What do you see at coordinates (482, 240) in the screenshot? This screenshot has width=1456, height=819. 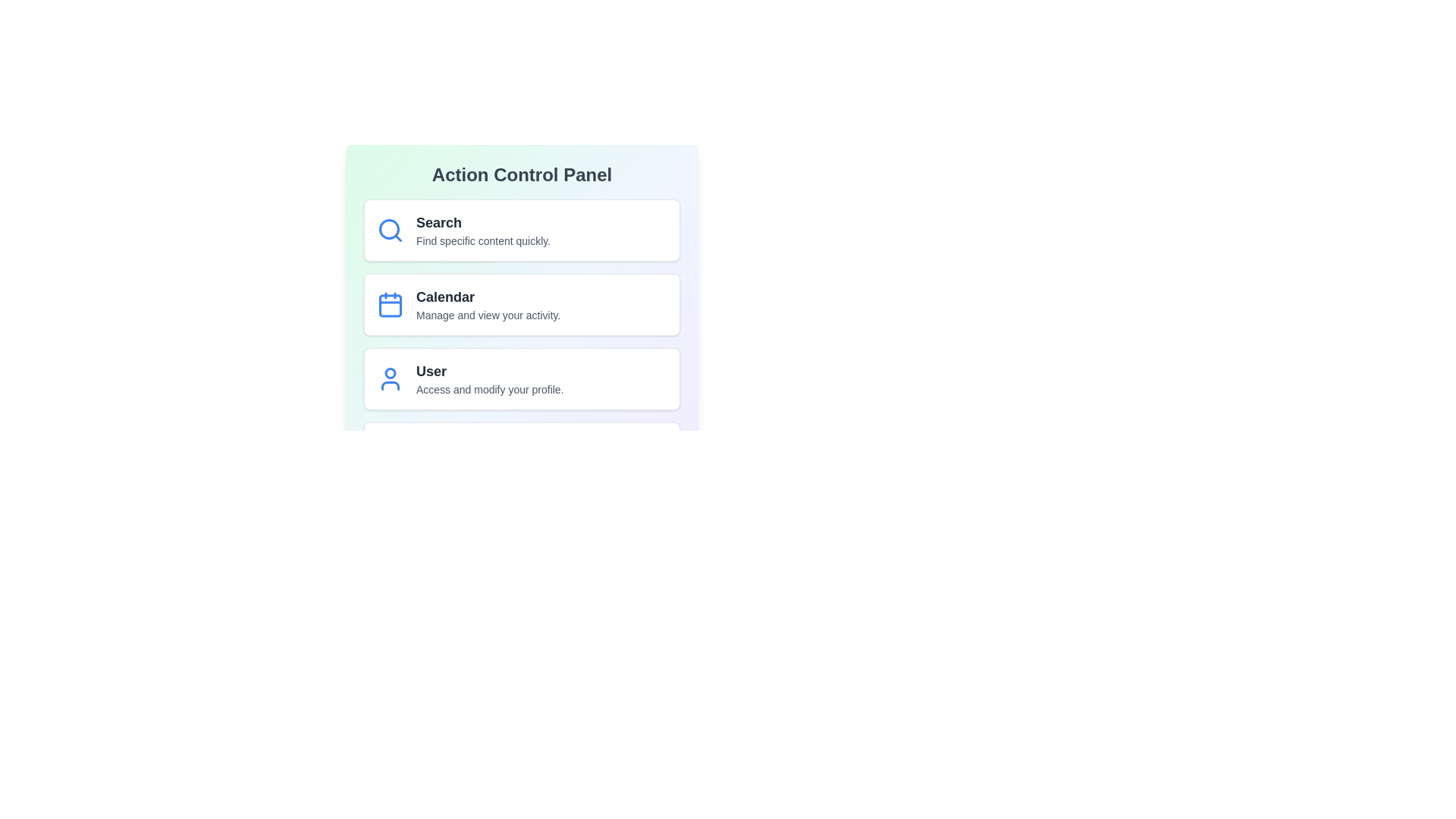 I see `the text label that says 'Find specific content quickly.' located below the 'Search' title` at bounding box center [482, 240].